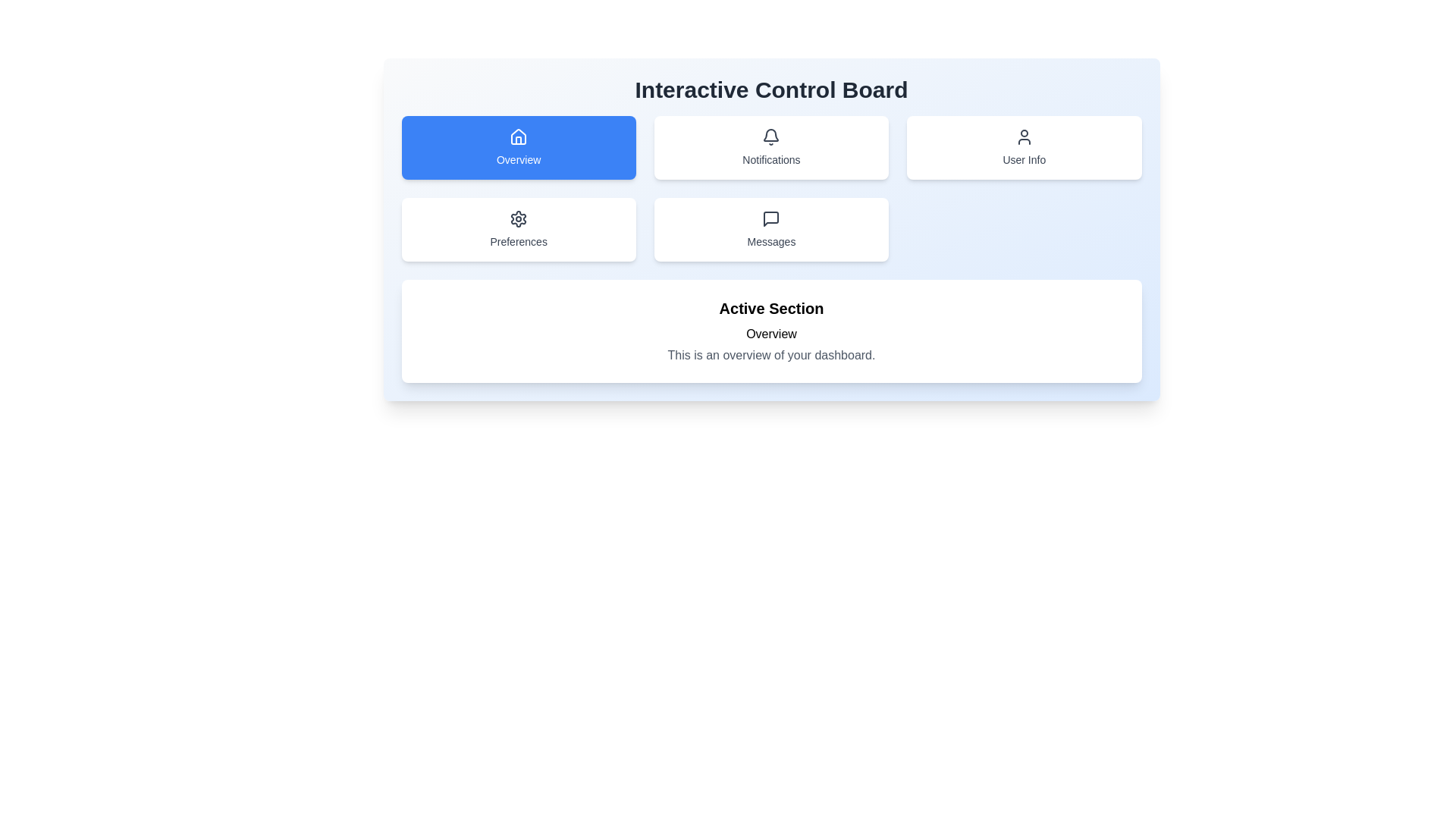 The image size is (1456, 819). I want to click on the 'Overview' icon, which is centered within the blue rectangular button labeled 'Overview', so click(519, 137).